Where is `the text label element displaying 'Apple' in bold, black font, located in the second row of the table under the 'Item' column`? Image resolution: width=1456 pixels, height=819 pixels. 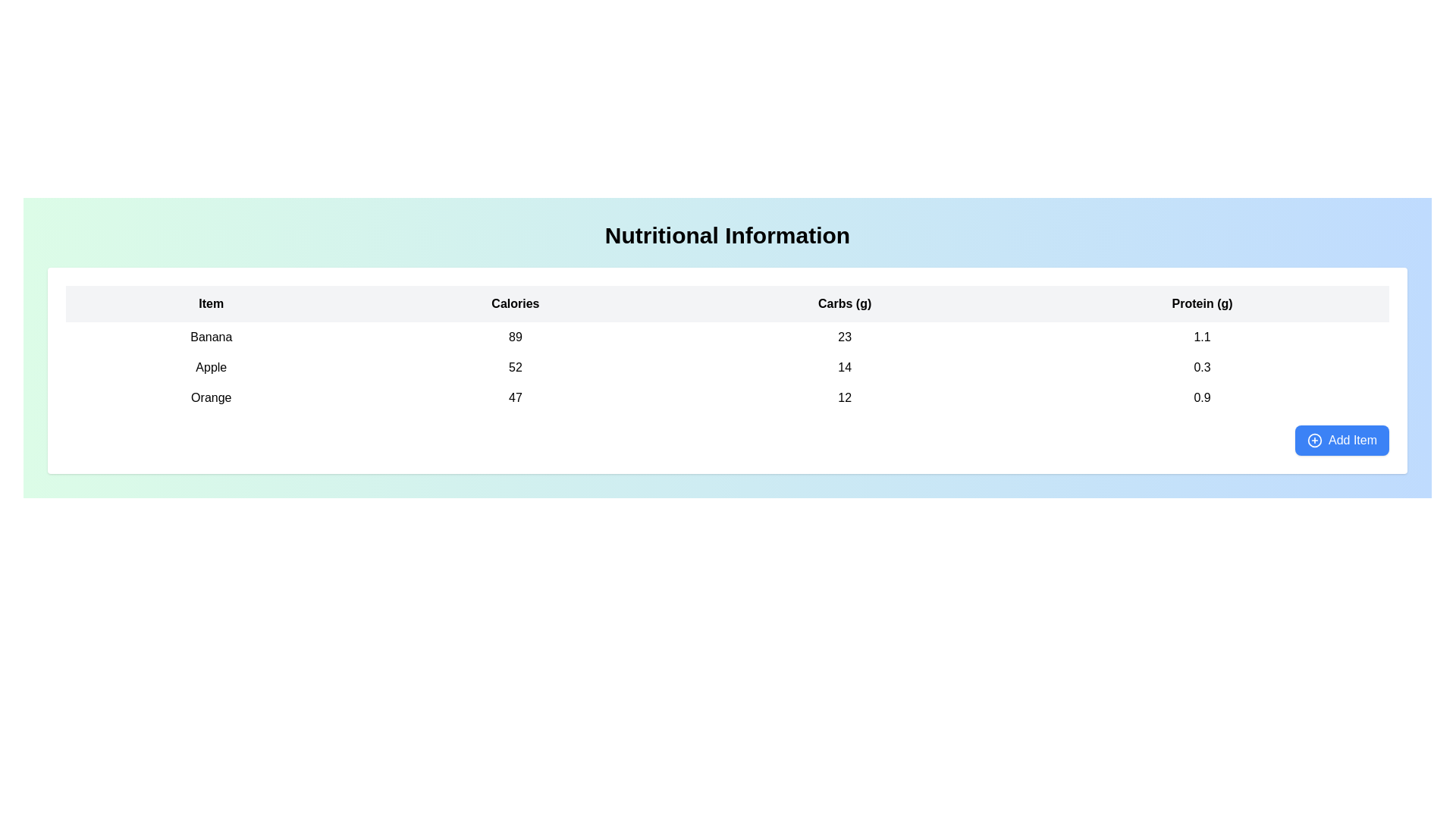 the text label element displaying 'Apple' in bold, black font, located in the second row of the table under the 'Item' column is located at coordinates (210, 368).